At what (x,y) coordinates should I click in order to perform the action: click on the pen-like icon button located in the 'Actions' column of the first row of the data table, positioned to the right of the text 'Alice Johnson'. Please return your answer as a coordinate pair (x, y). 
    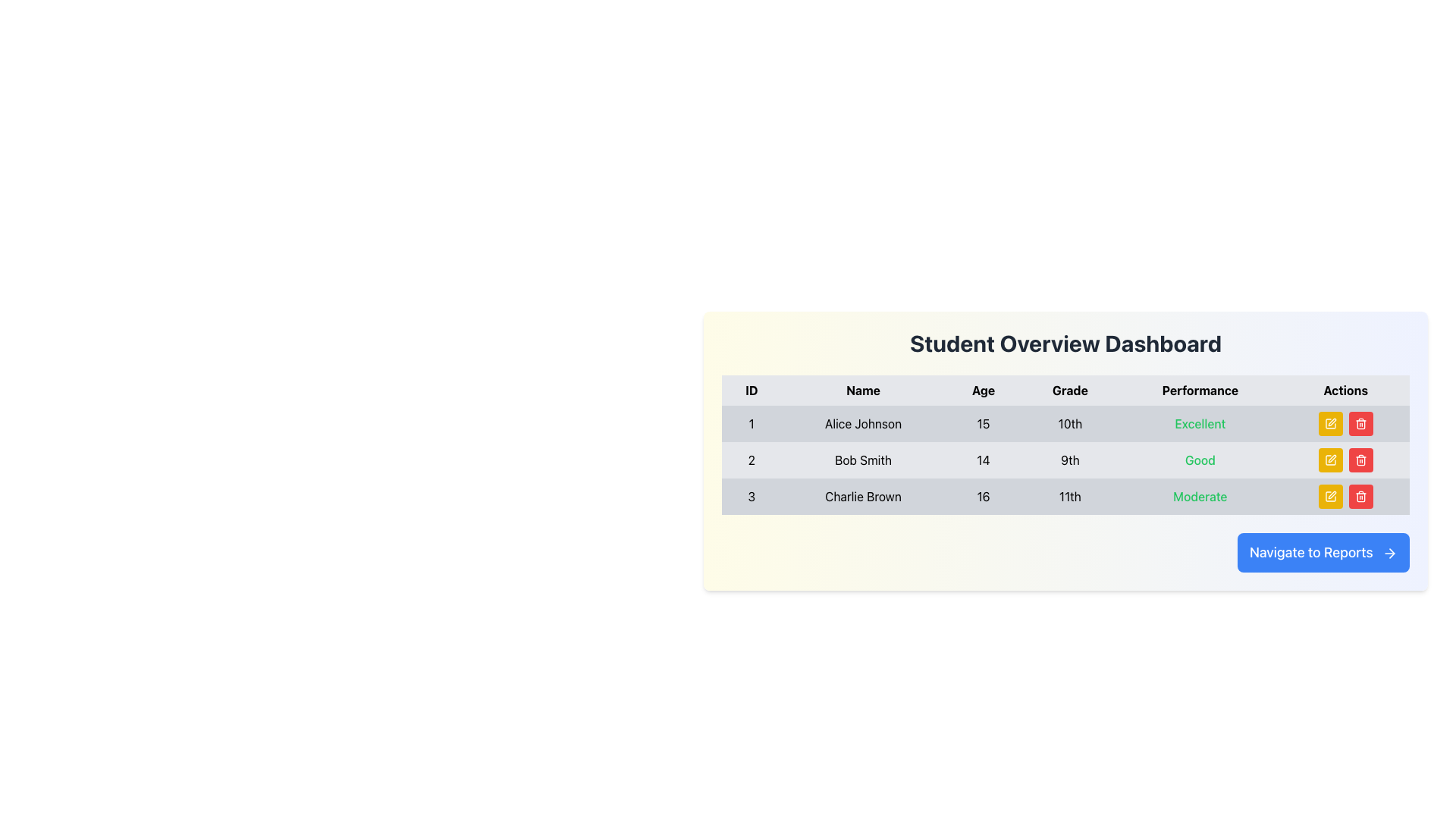
    Looking at the image, I should click on (1331, 422).